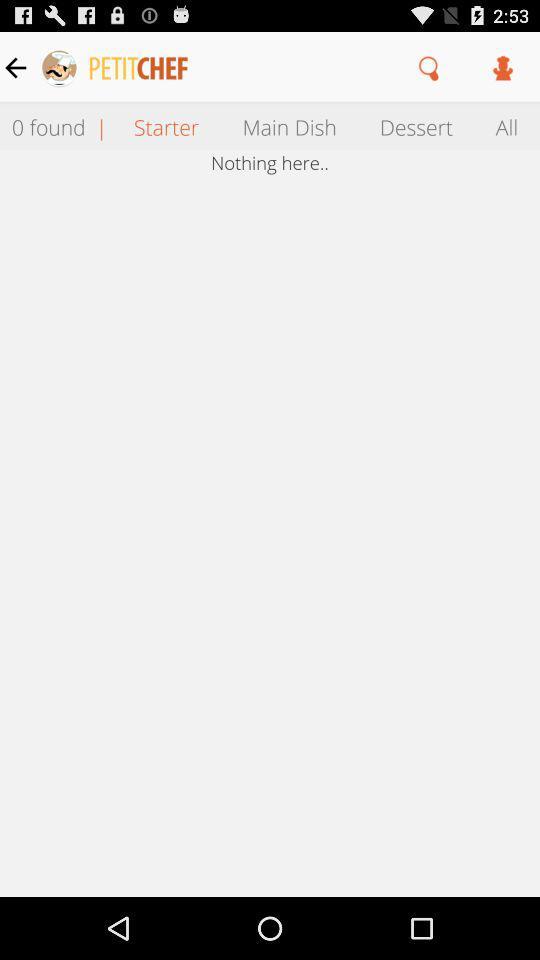  I want to click on the item above the dessert icon, so click(428, 67).